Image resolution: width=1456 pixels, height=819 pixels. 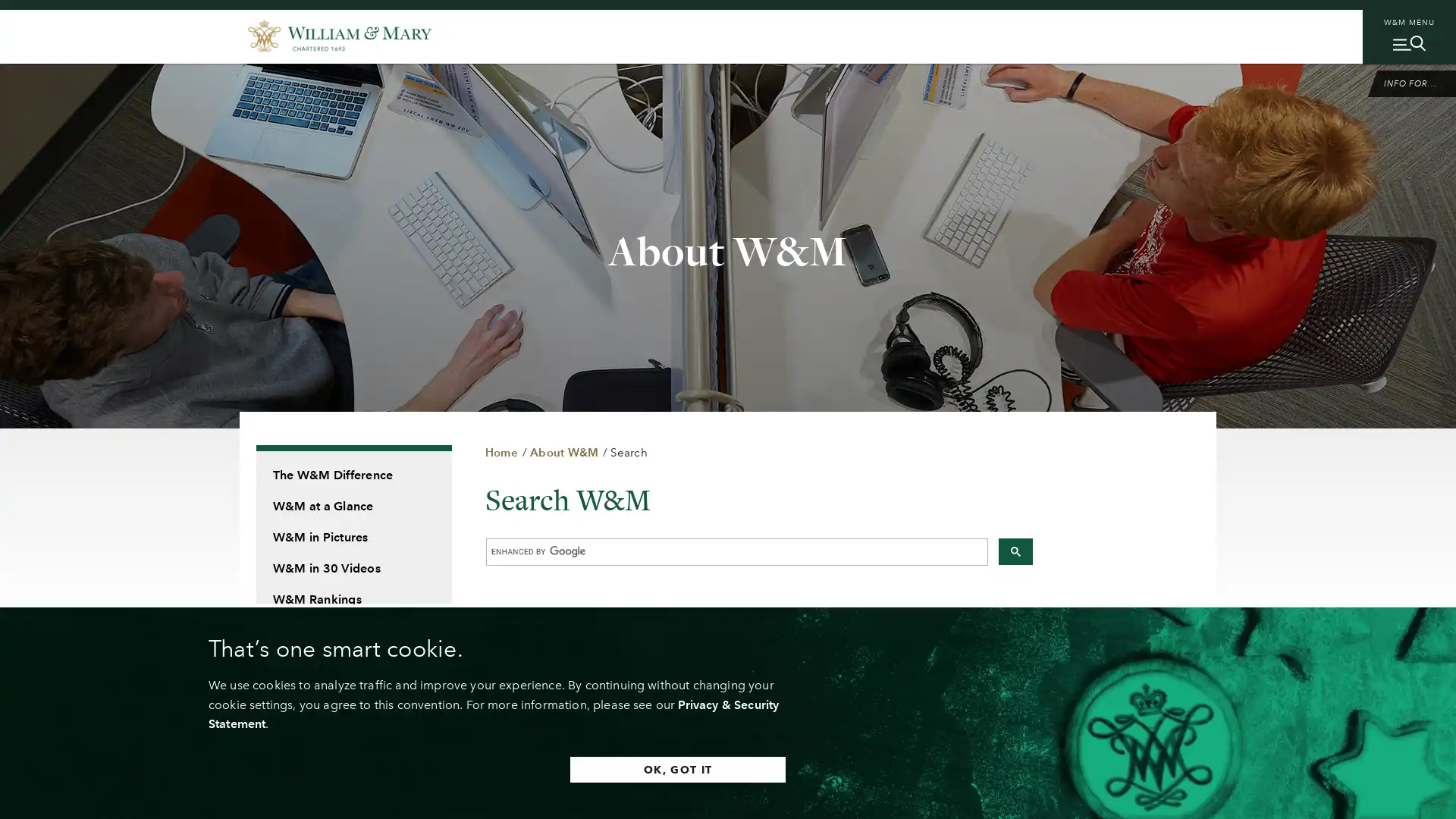 I want to click on search, so click(x=1015, y=551).